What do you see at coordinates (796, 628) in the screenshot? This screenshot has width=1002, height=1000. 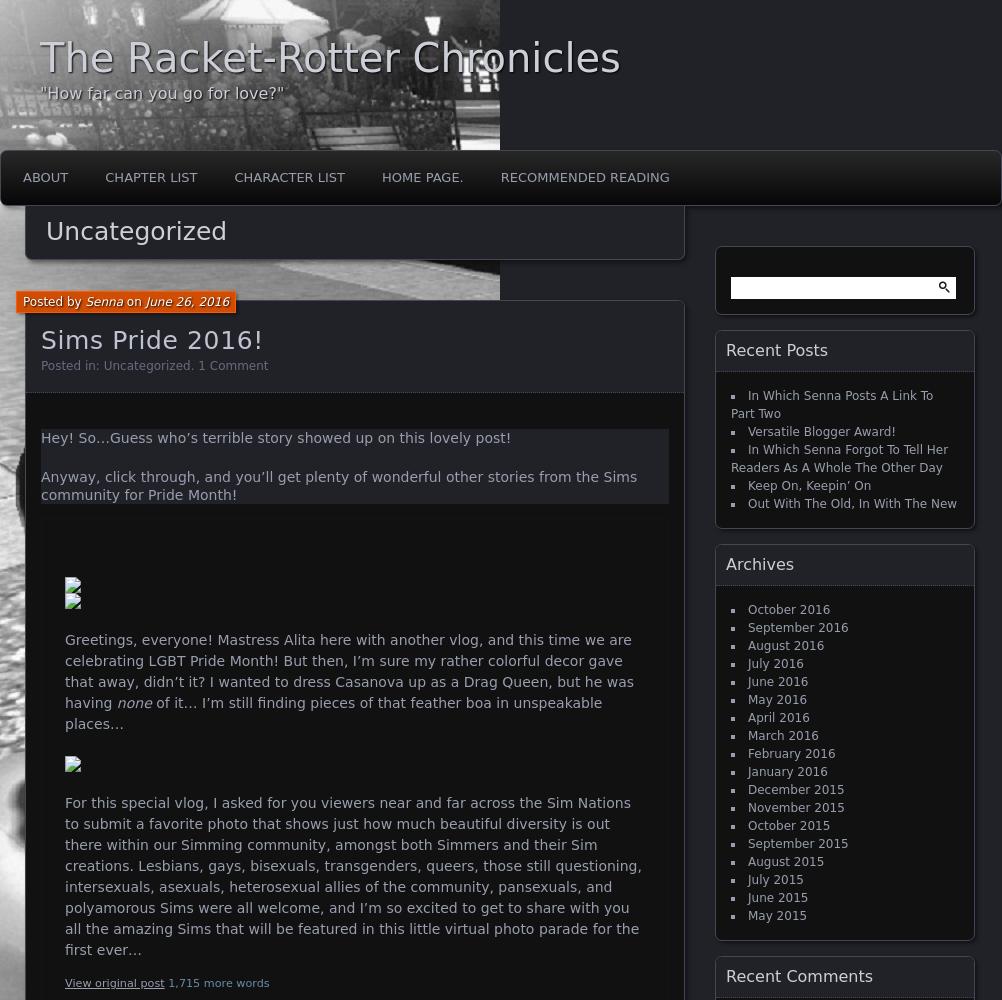 I see `'September 2016'` at bounding box center [796, 628].